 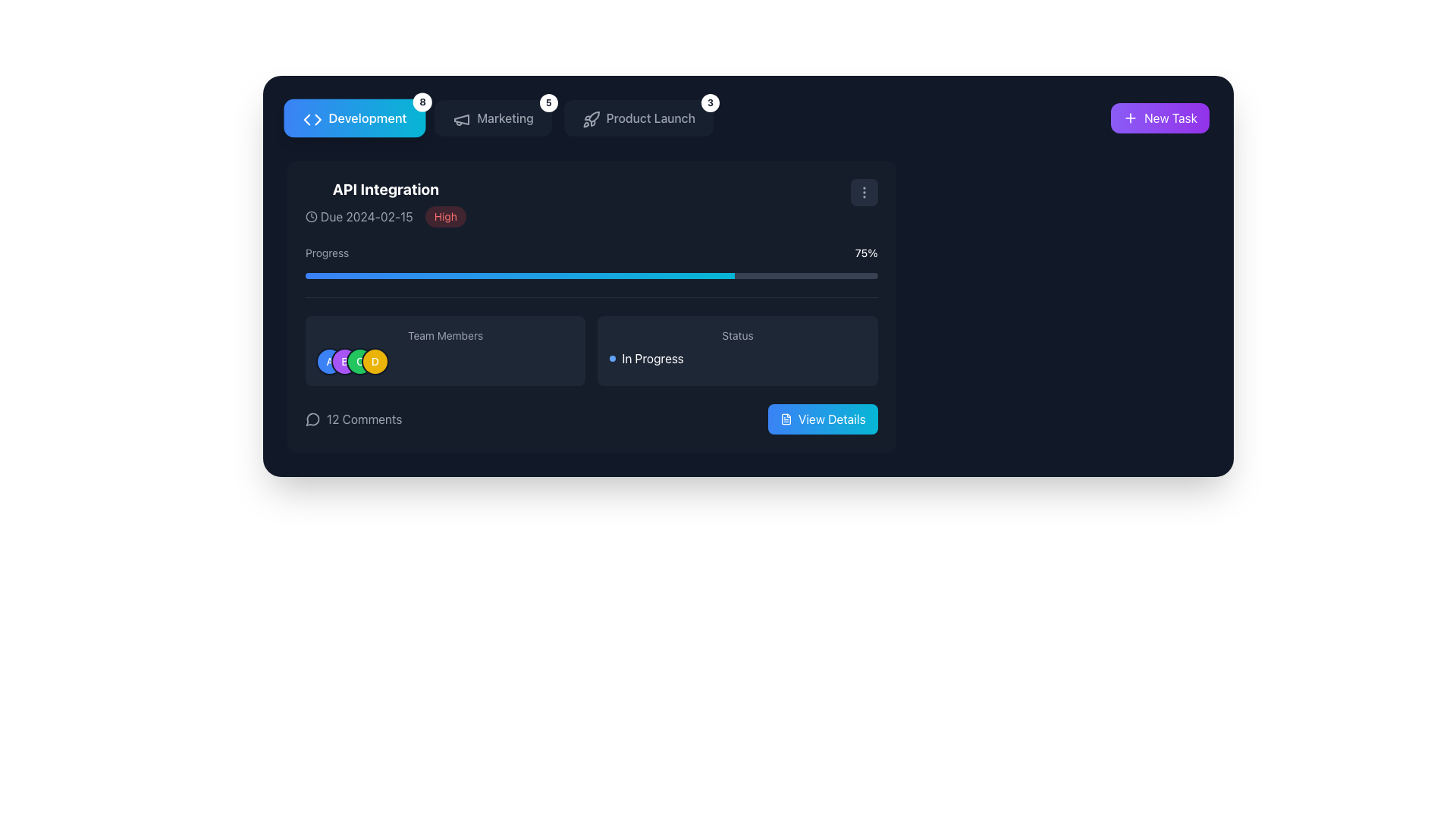 What do you see at coordinates (591, 366) in the screenshot?
I see `the right panel of the information display` at bounding box center [591, 366].